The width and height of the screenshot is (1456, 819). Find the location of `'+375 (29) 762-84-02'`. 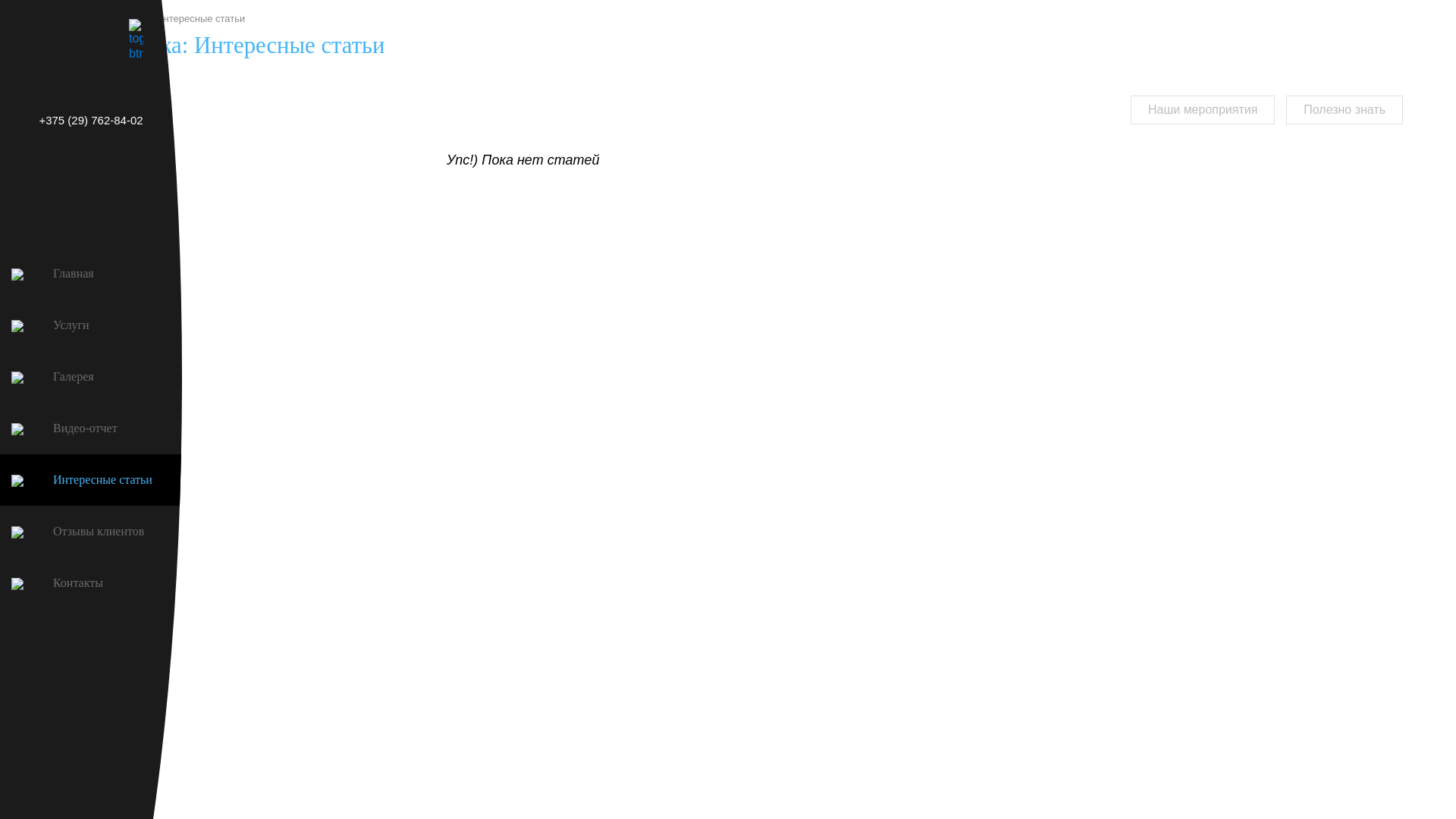

'+375 (29) 762-84-02' is located at coordinates (0, 119).